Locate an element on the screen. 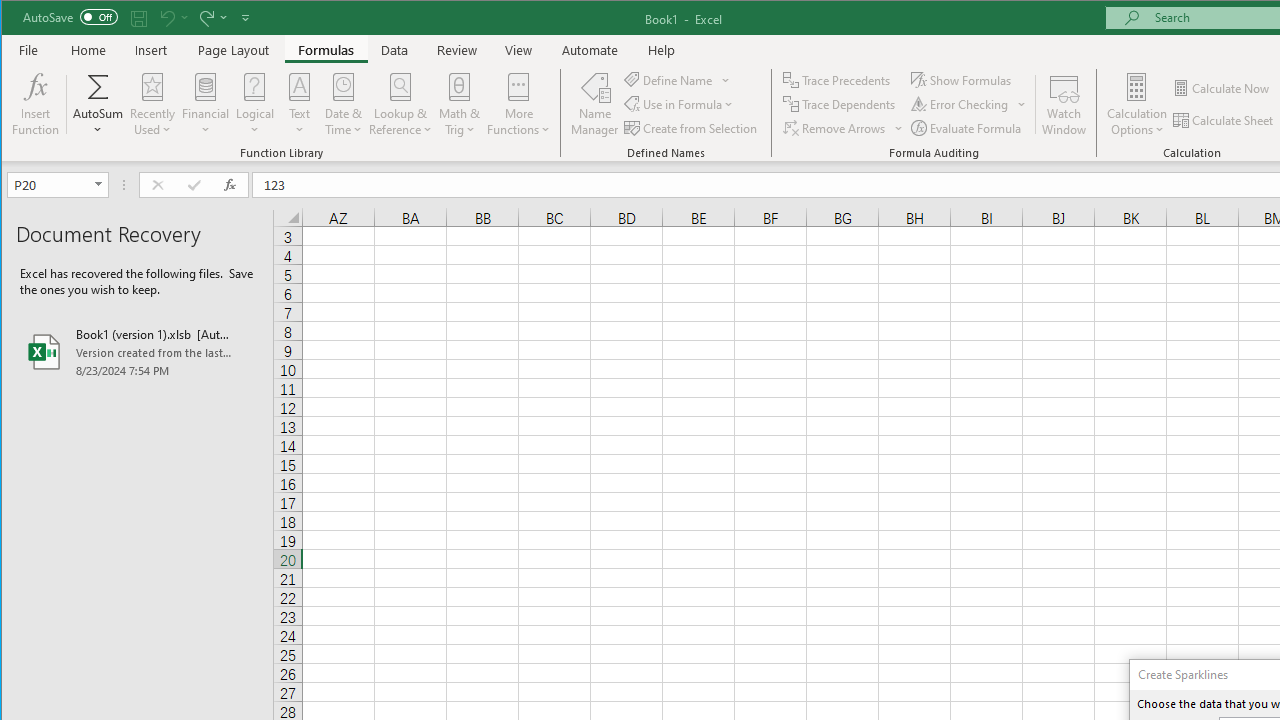 Image resolution: width=1280 pixels, height=720 pixels. 'Math & Trig' is located at coordinates (458, 104).